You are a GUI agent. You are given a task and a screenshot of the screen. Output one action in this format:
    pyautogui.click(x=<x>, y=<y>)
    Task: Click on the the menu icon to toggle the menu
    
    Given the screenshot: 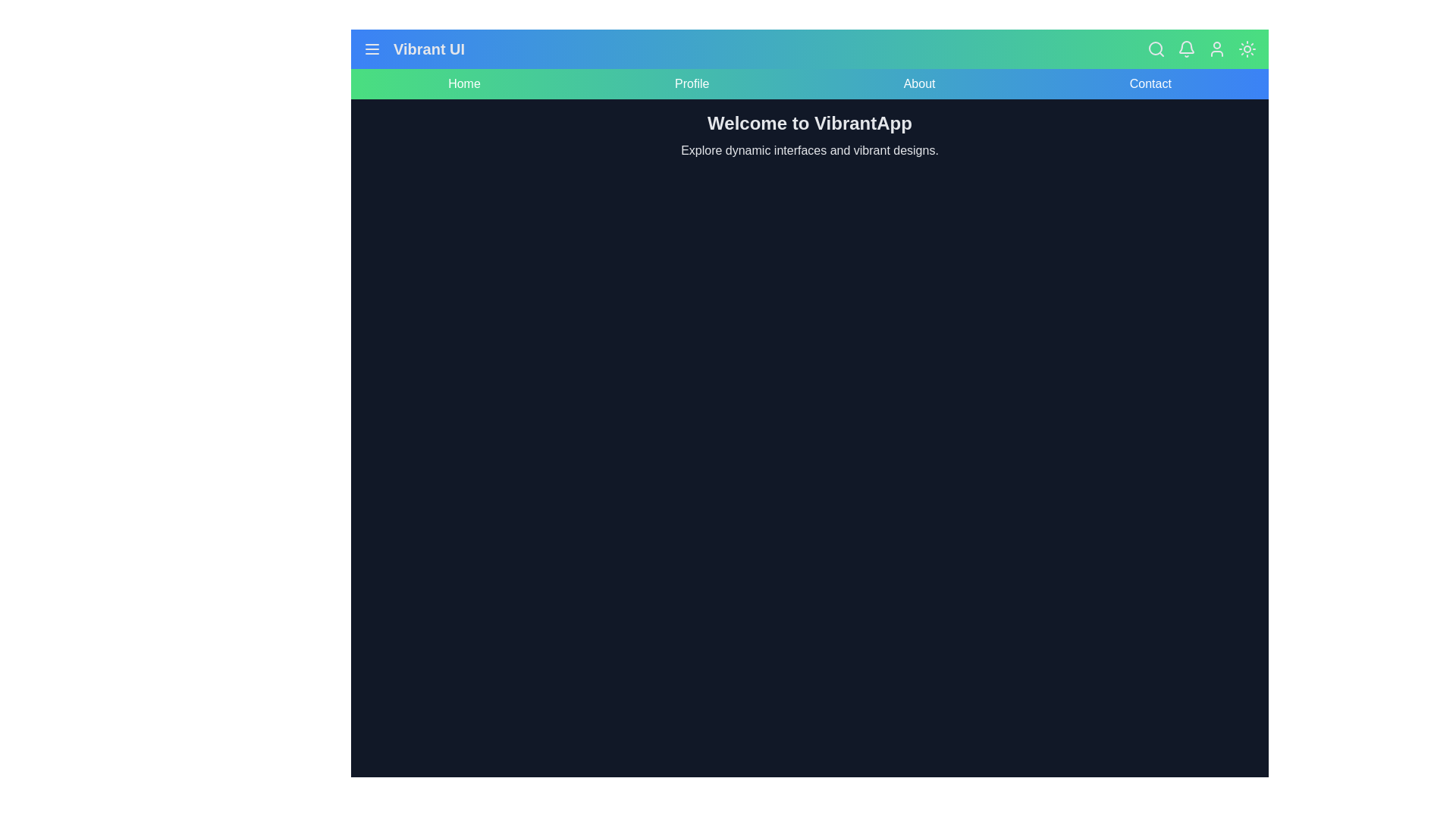 What is the action you would take?
    pyautogui.click(x=372, y=49)
    